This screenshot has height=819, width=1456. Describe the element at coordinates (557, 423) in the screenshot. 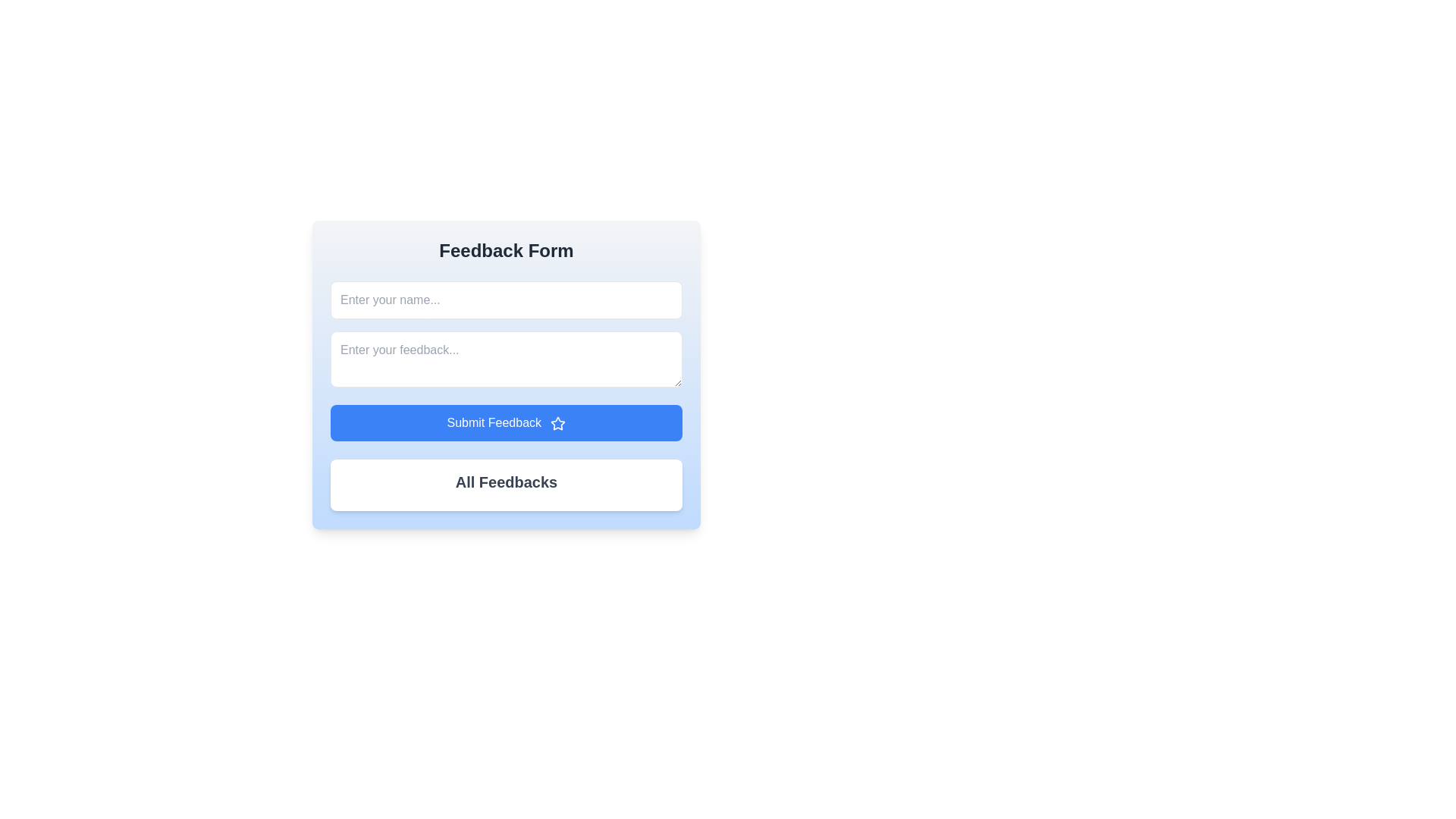

I see `the decorative star icon with a blue outline located to the right of the 'Submit Feedback' text on the blue button` at that location.